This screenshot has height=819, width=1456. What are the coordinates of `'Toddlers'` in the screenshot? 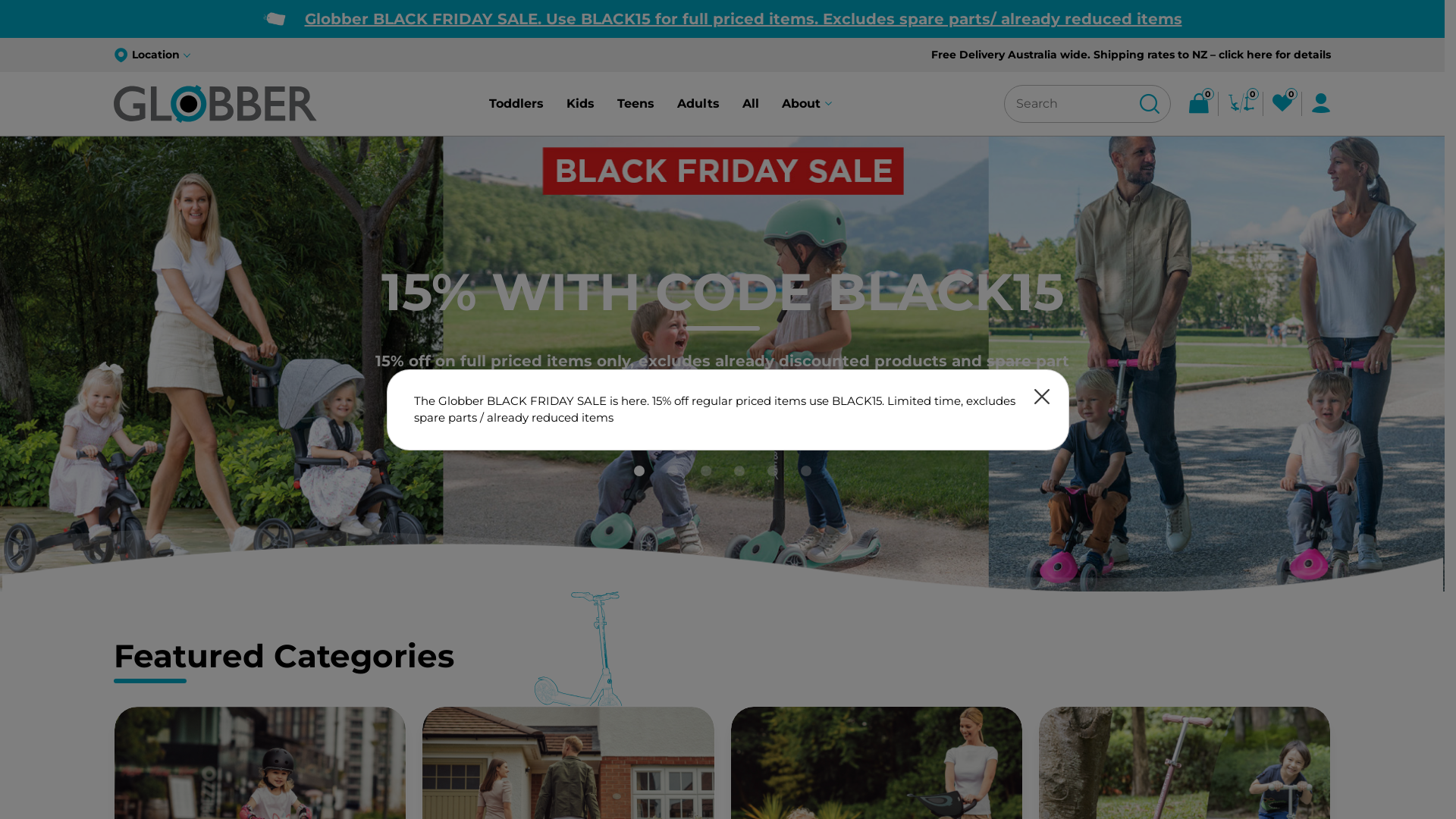 It's located at (516, 103).